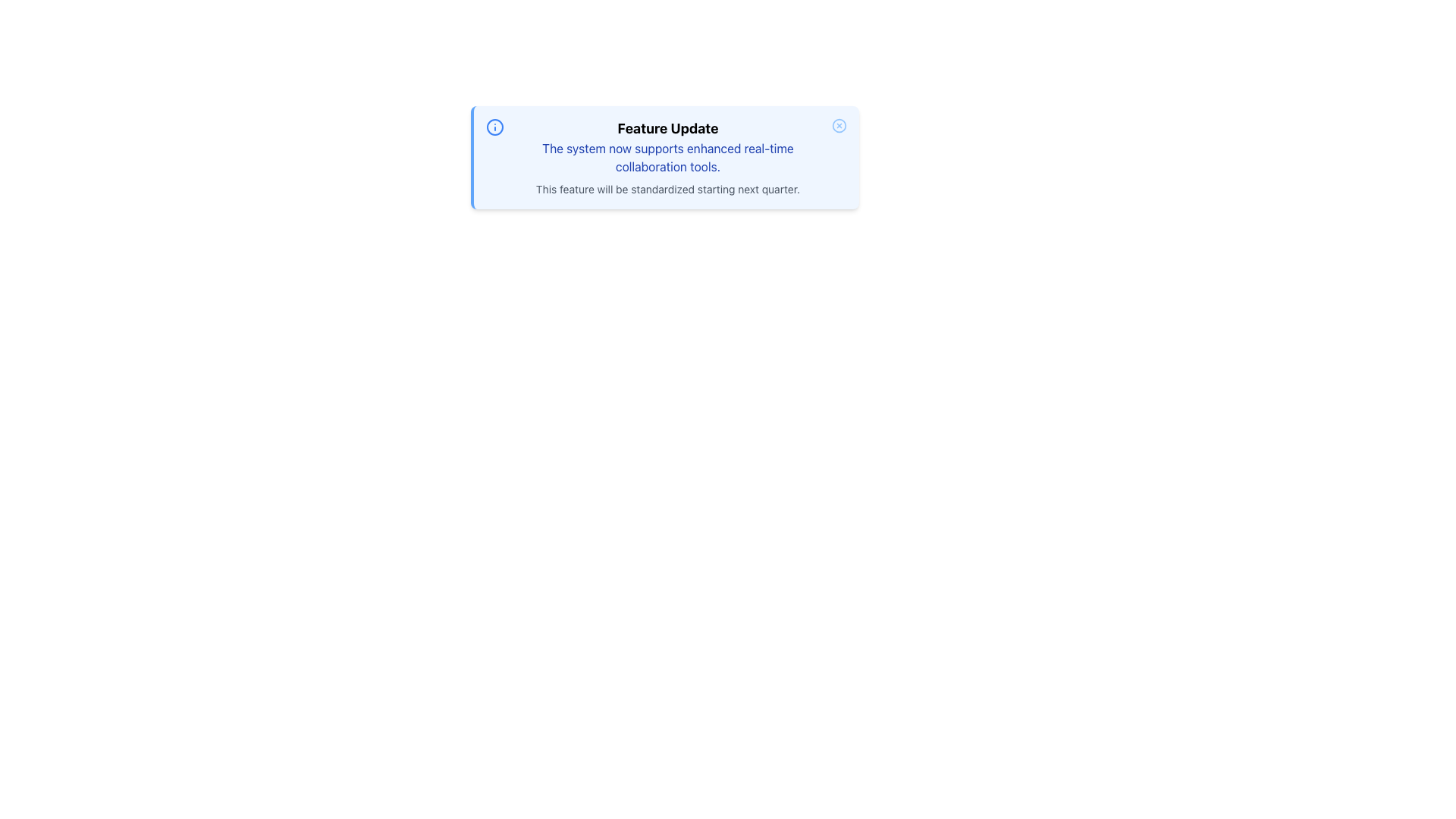 This screenshot has height=819, width=1456. What do you see at coordinates (667, 127) in the screenshot?
I see `the bold, large-sized text header reading 'Feature Update' which is prominently styled in black font at the top of its section` at bounding box center [667, 127].